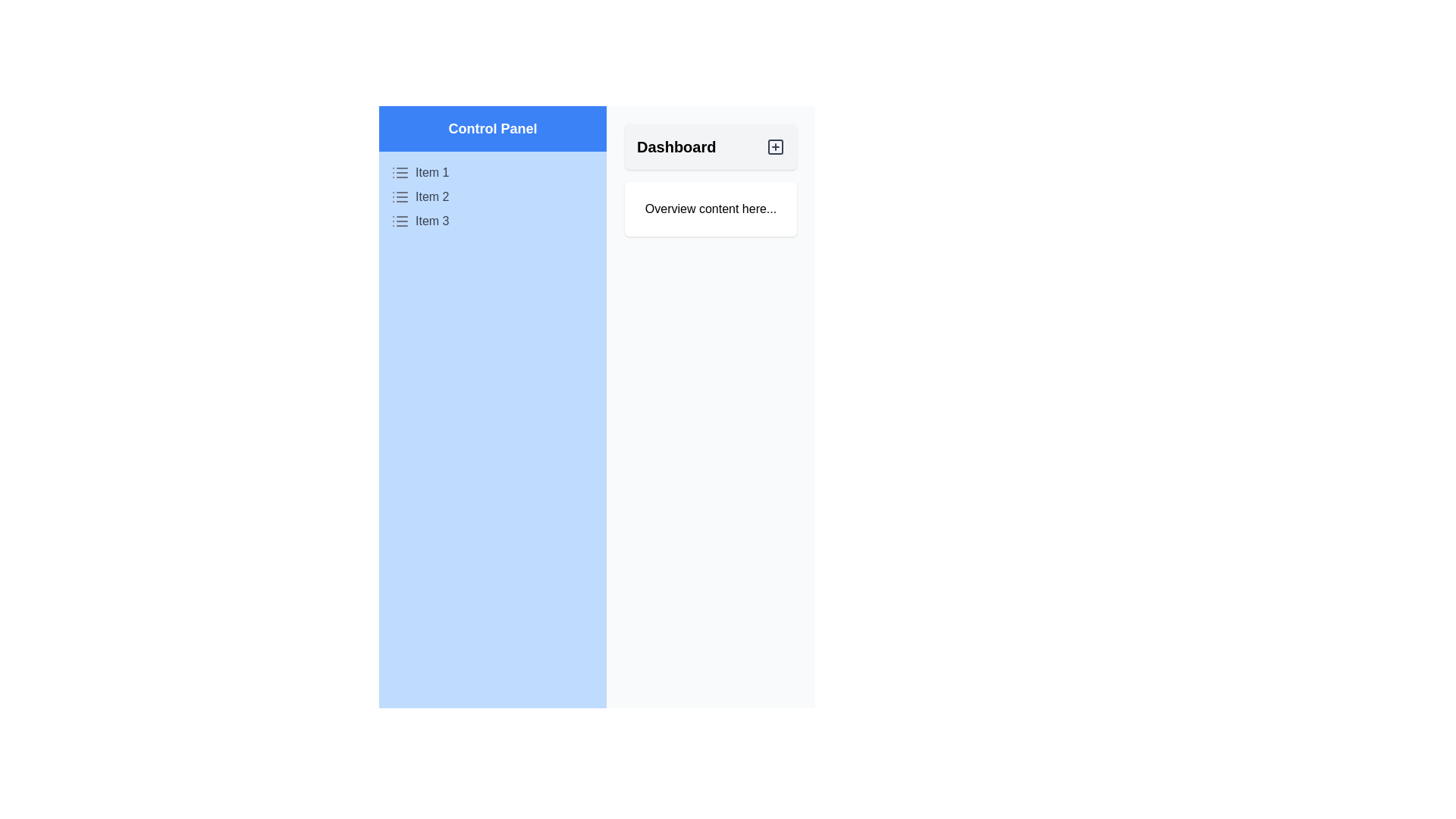 This screenshot has width=1456, height=819. What do you see at coordinates (400, 171) in the screenshot?
I see `the icon representing 'Item 1' in the sidebar under 'Control Panel'` at bounding box center [400, 171].